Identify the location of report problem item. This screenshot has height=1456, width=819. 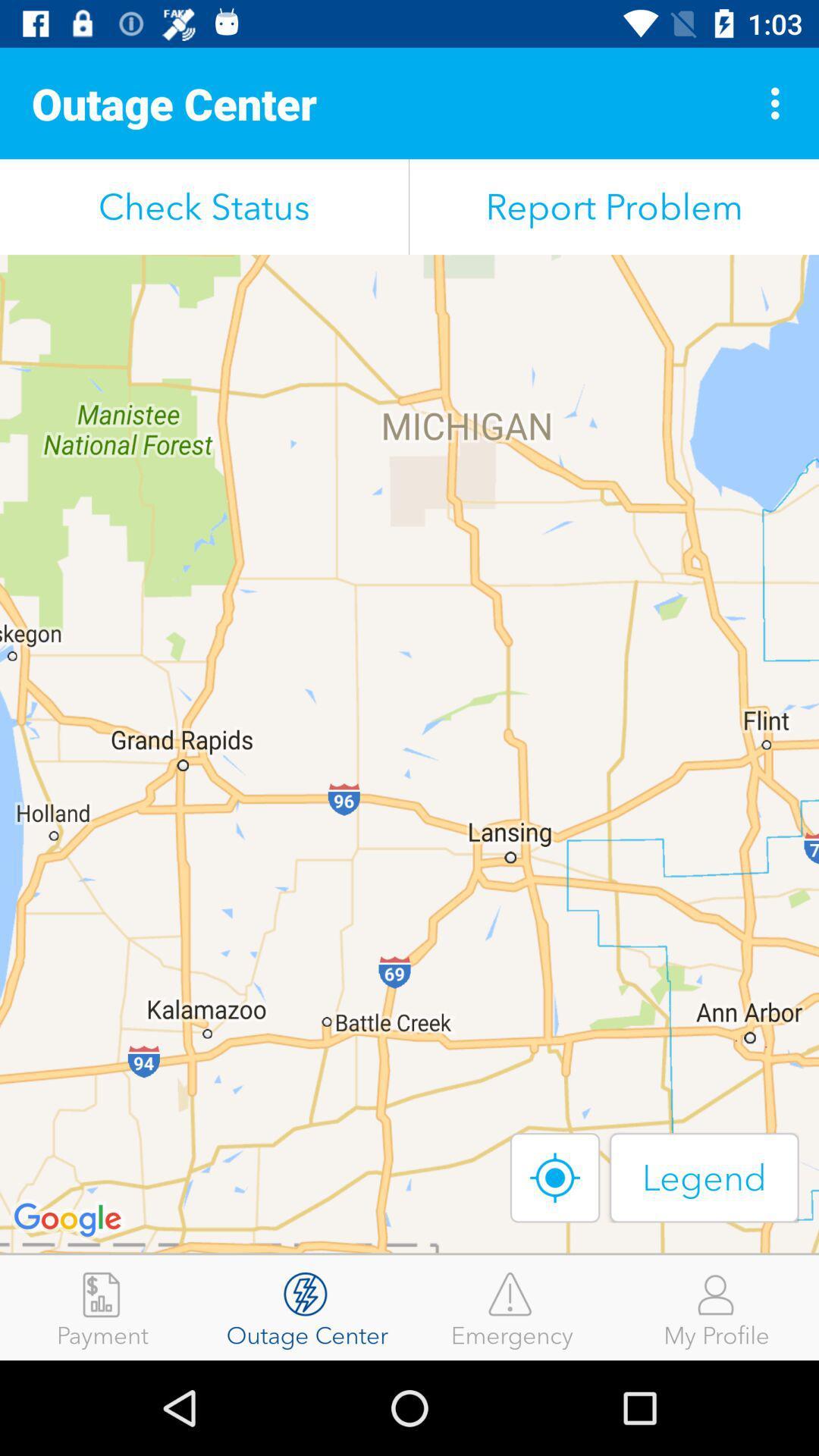
(614, 206).